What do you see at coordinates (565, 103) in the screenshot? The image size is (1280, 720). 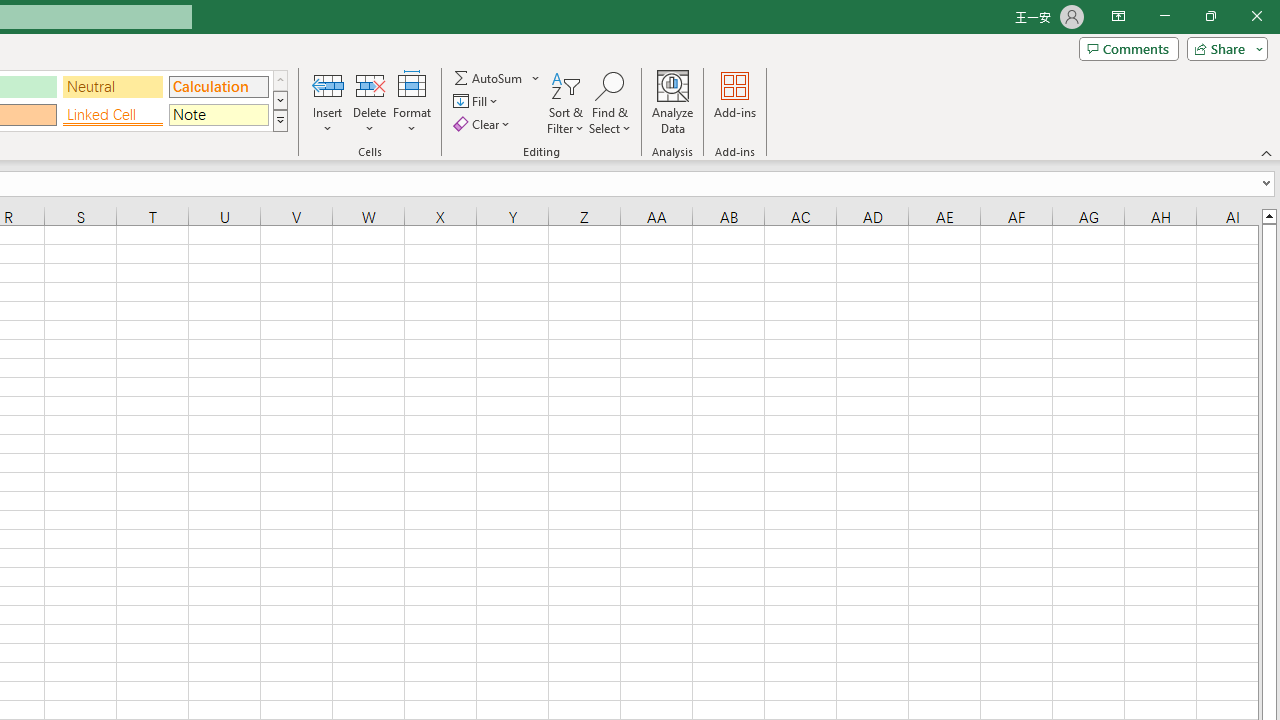 I see `'Sort & Filter'` at bounding box center [565, 103].